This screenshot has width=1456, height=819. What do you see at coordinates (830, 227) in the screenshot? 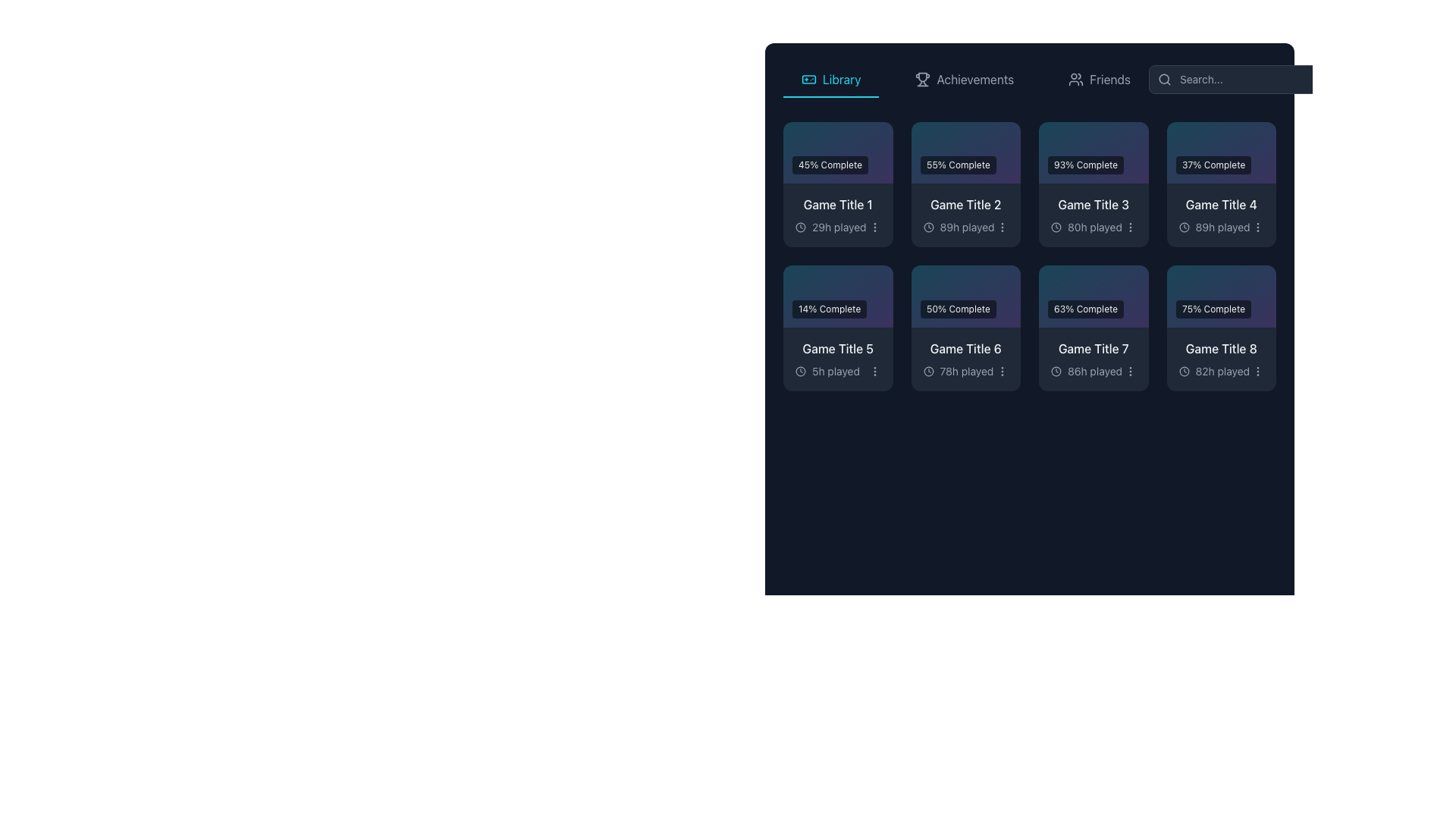
I see `the A labeled text component with the clock icon and the text '29h played', which is located below the title of 'Game Title 1'` at bounding box center [830, 227].